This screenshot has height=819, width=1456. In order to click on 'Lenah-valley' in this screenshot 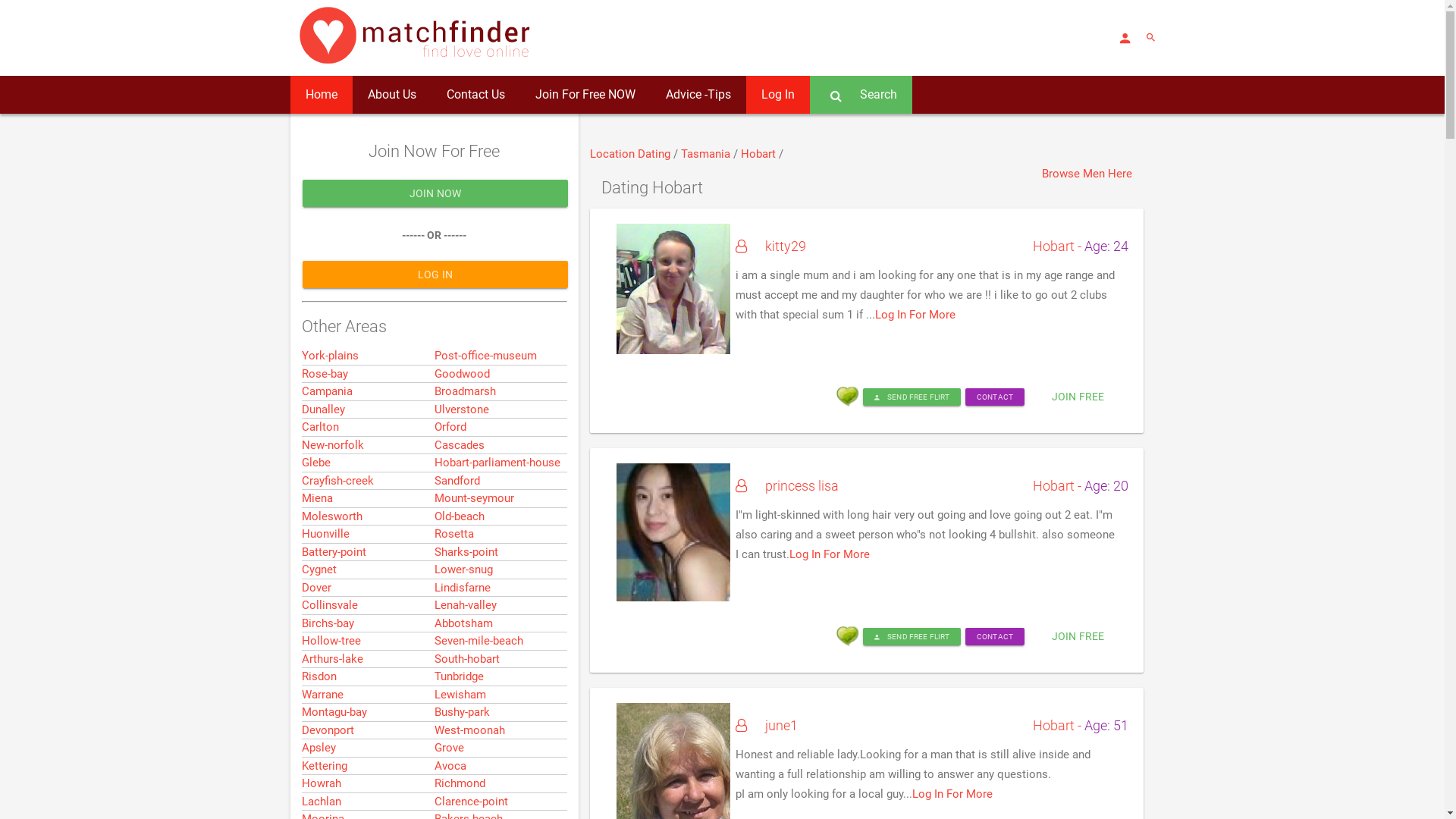, I will do `click(464, 604)`.